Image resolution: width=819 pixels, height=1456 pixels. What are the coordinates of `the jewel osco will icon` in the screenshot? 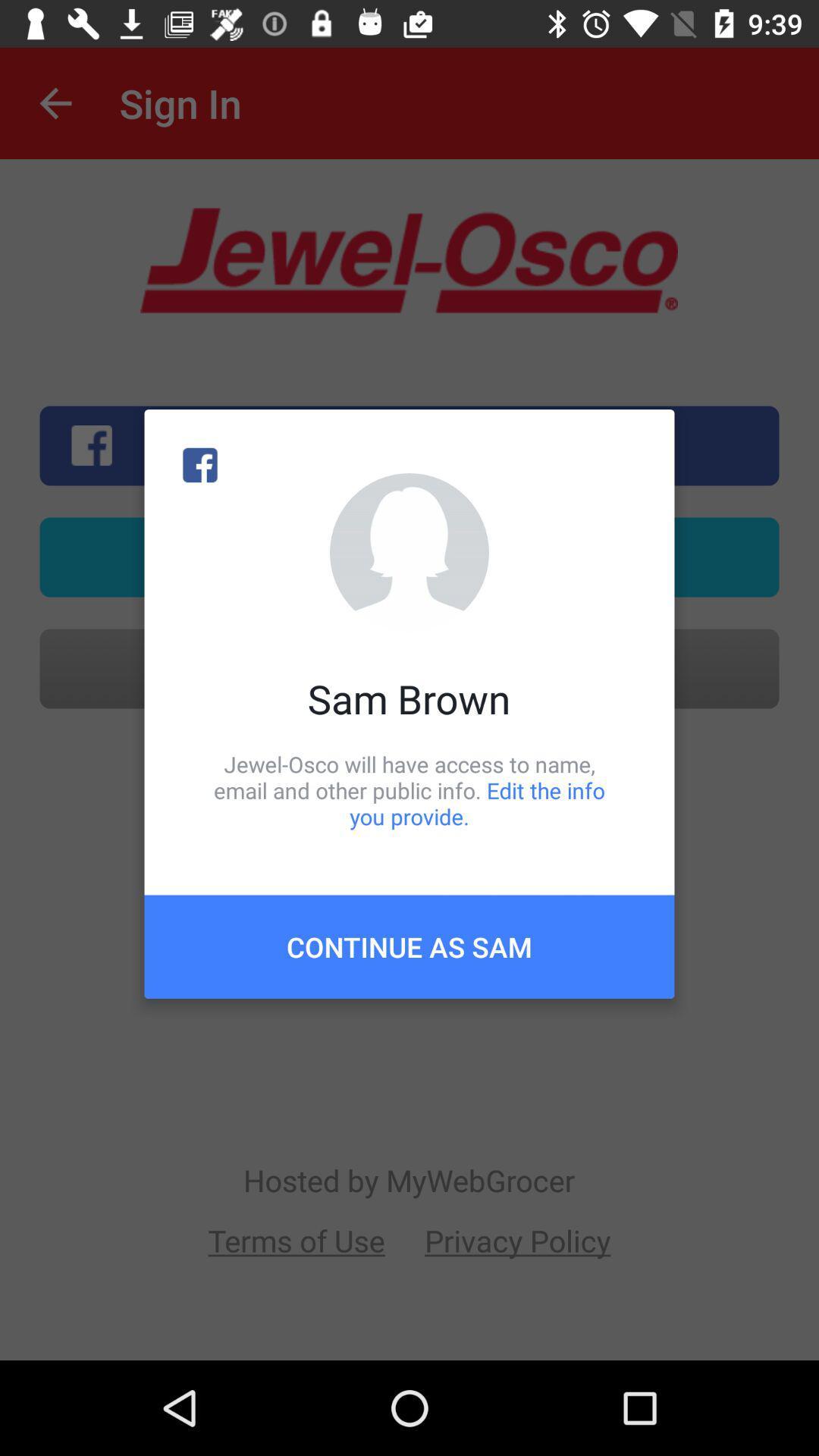 It's located at (409, 789).